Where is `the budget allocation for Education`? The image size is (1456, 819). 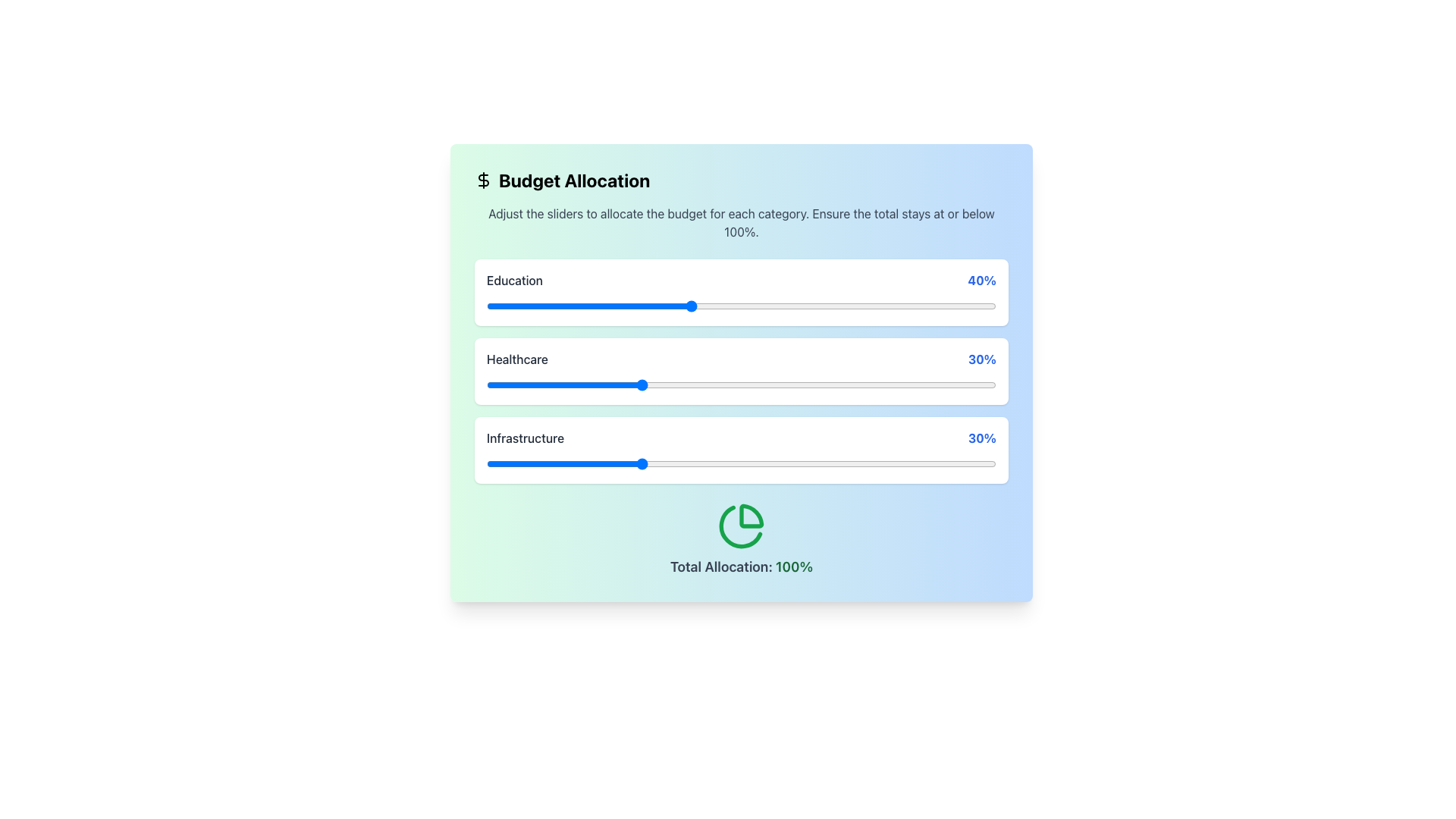
the budget allocation for Education is located at coordinates (746, 306).